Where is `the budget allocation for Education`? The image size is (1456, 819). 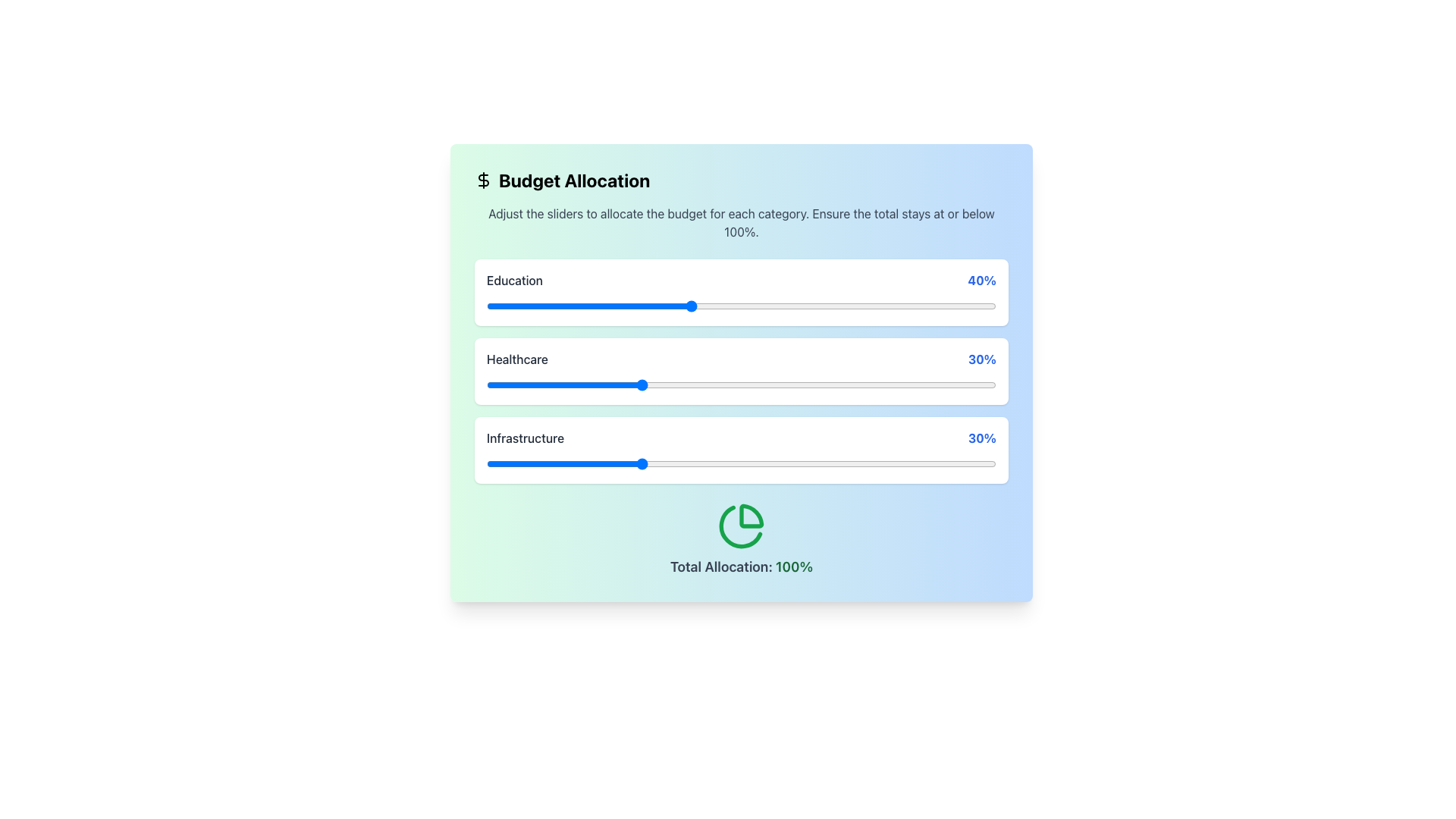
the budget allocation for Education is located at coordinates (746, 306).